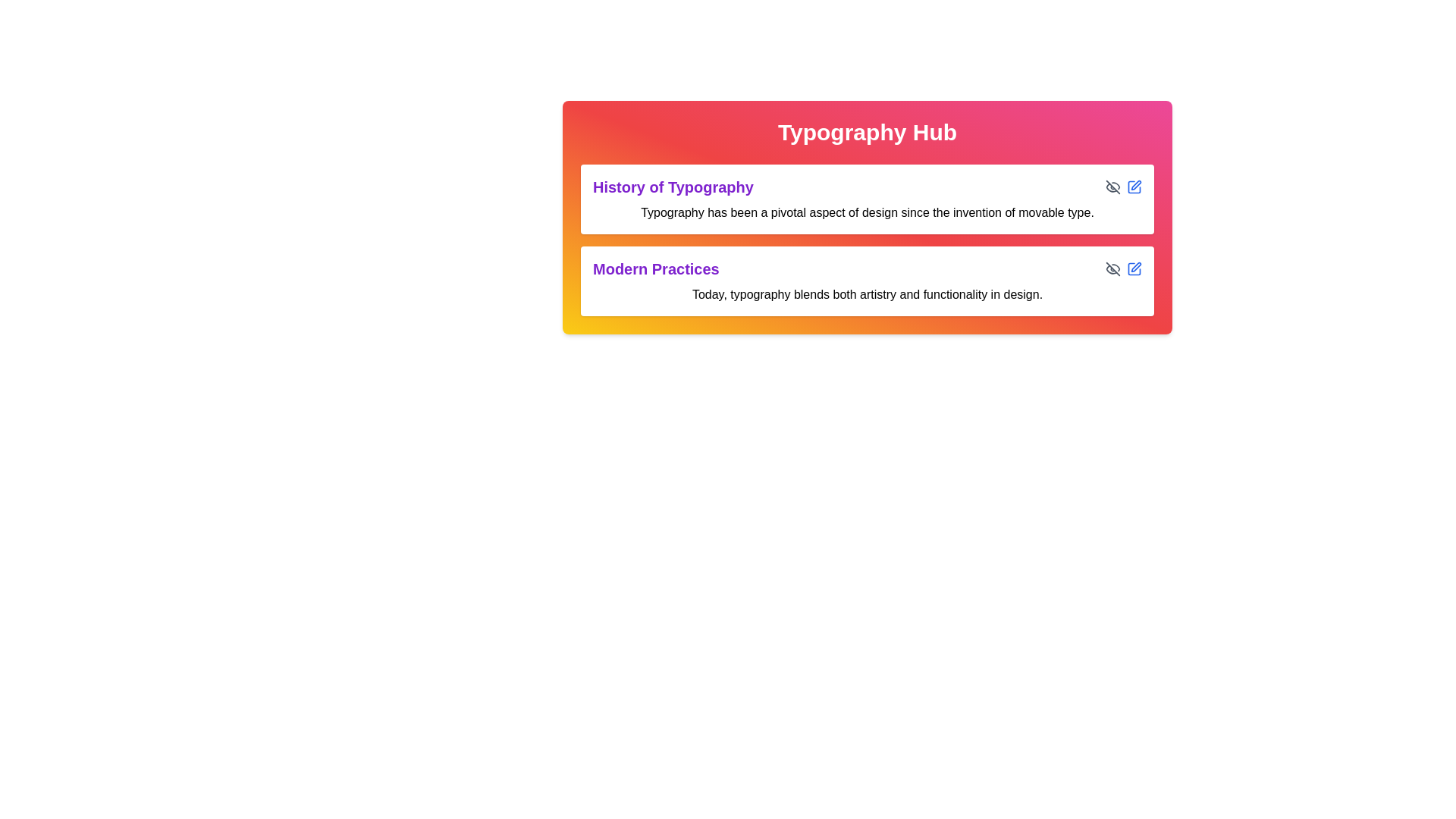  Describe the element at coordinates (1124, 268) in the screenshot. I see `on the icon group consisting of an 'eye with a slash' and a 'pen in a square', located at the right end of the 'Modern Practices' row for potential additional actions` at that location.